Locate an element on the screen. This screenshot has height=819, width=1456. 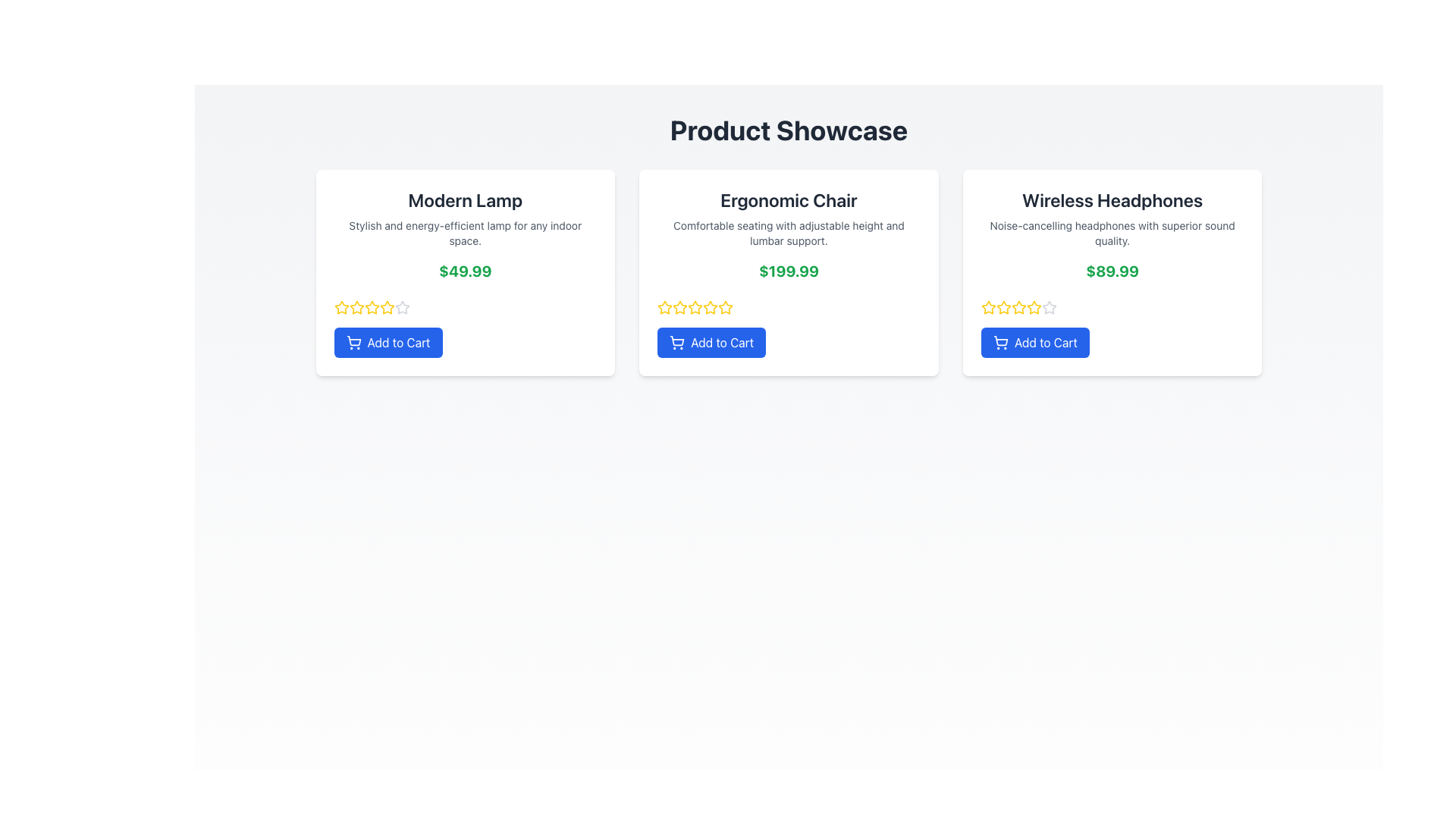
the fifth star icon in the rating system for the 'Wireless Headphones' product to adjust the rating is located at coordinates (1033, 307).